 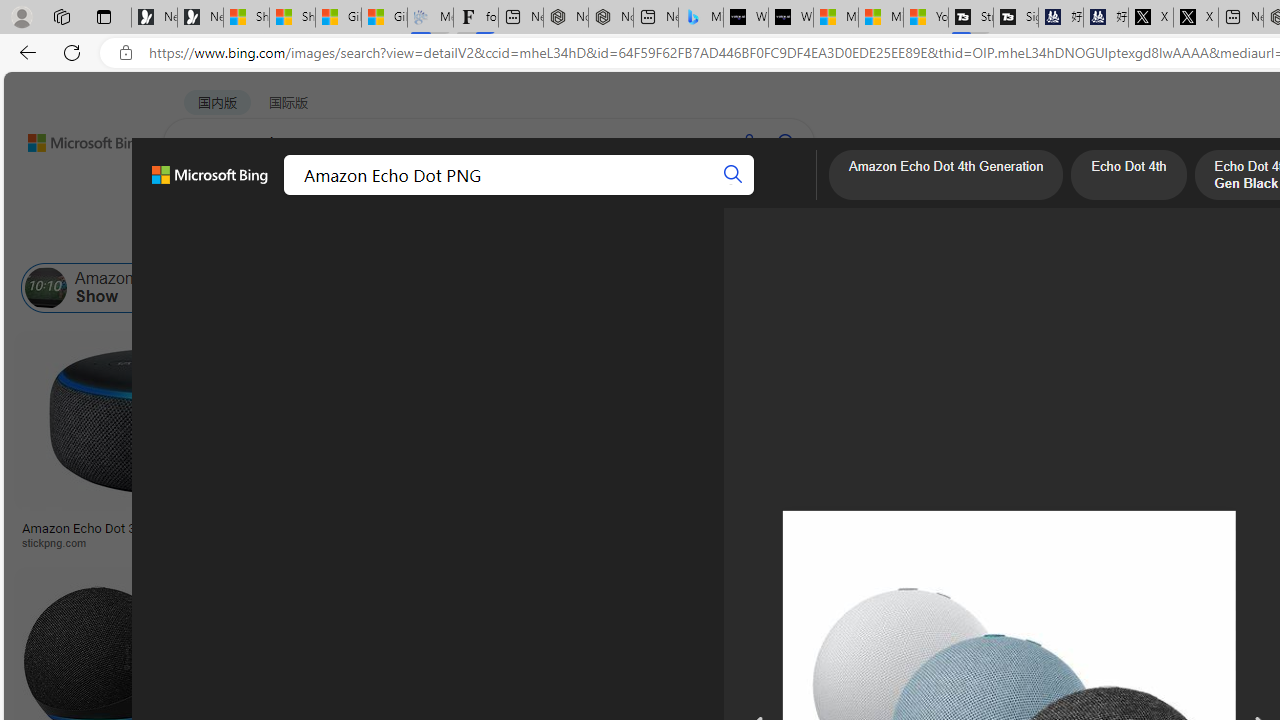 I want to click on 'ACADEMIC', so click(x=548, y=195).